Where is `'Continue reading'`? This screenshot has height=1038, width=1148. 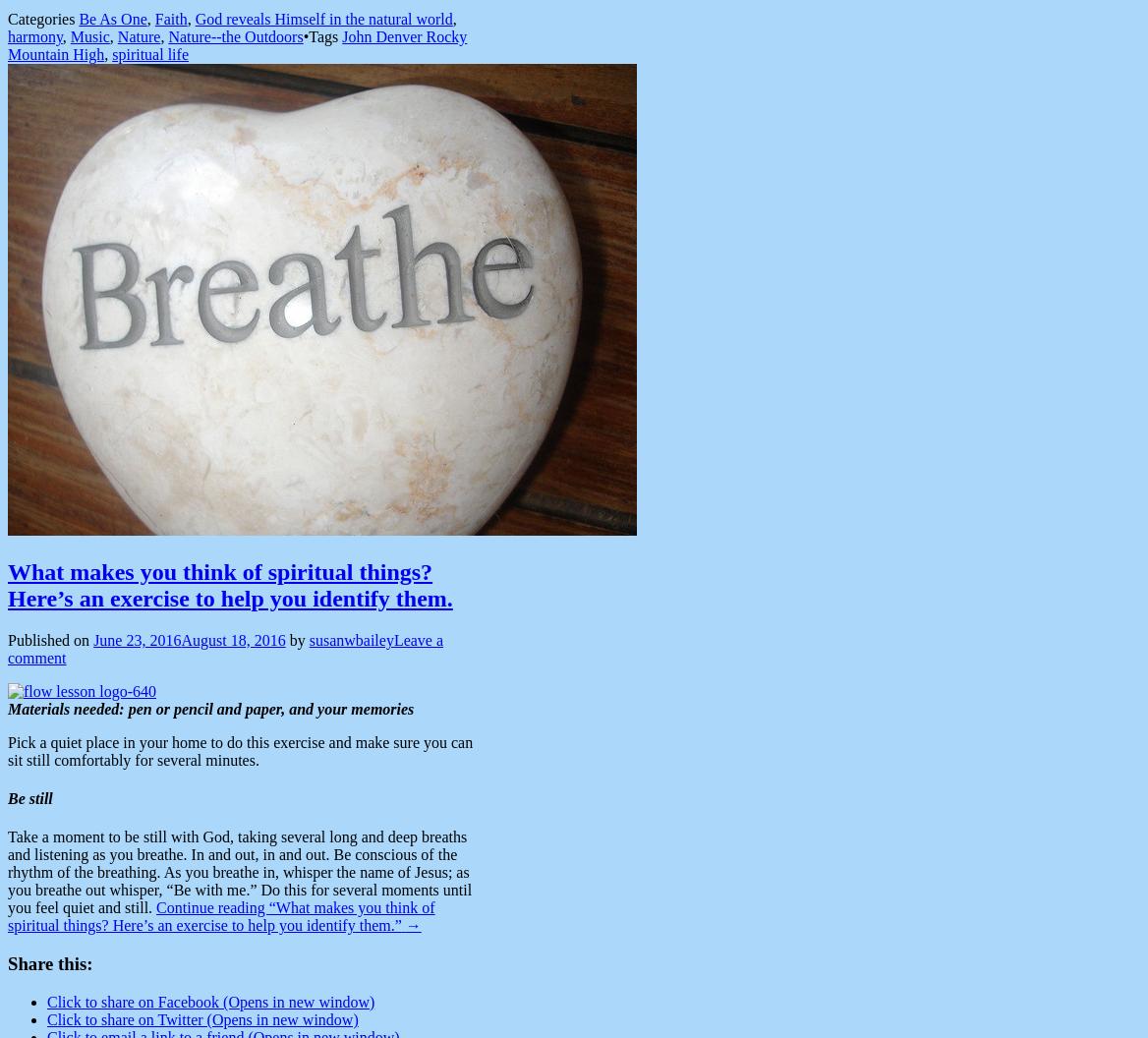 'Continue reading' is located at coordinates (211, 906).